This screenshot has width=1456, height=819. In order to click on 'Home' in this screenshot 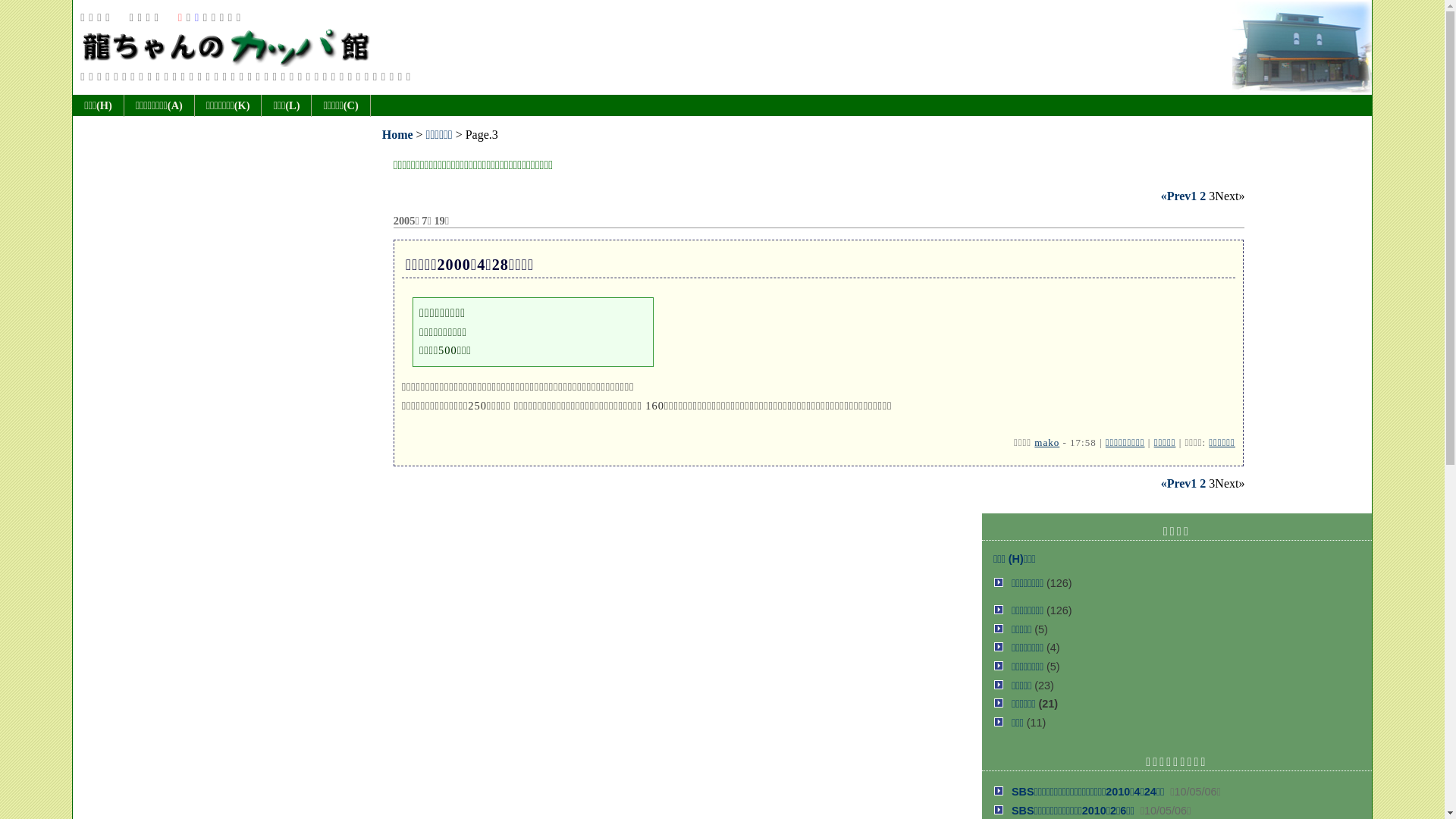, I will do `click(397, 133)`.